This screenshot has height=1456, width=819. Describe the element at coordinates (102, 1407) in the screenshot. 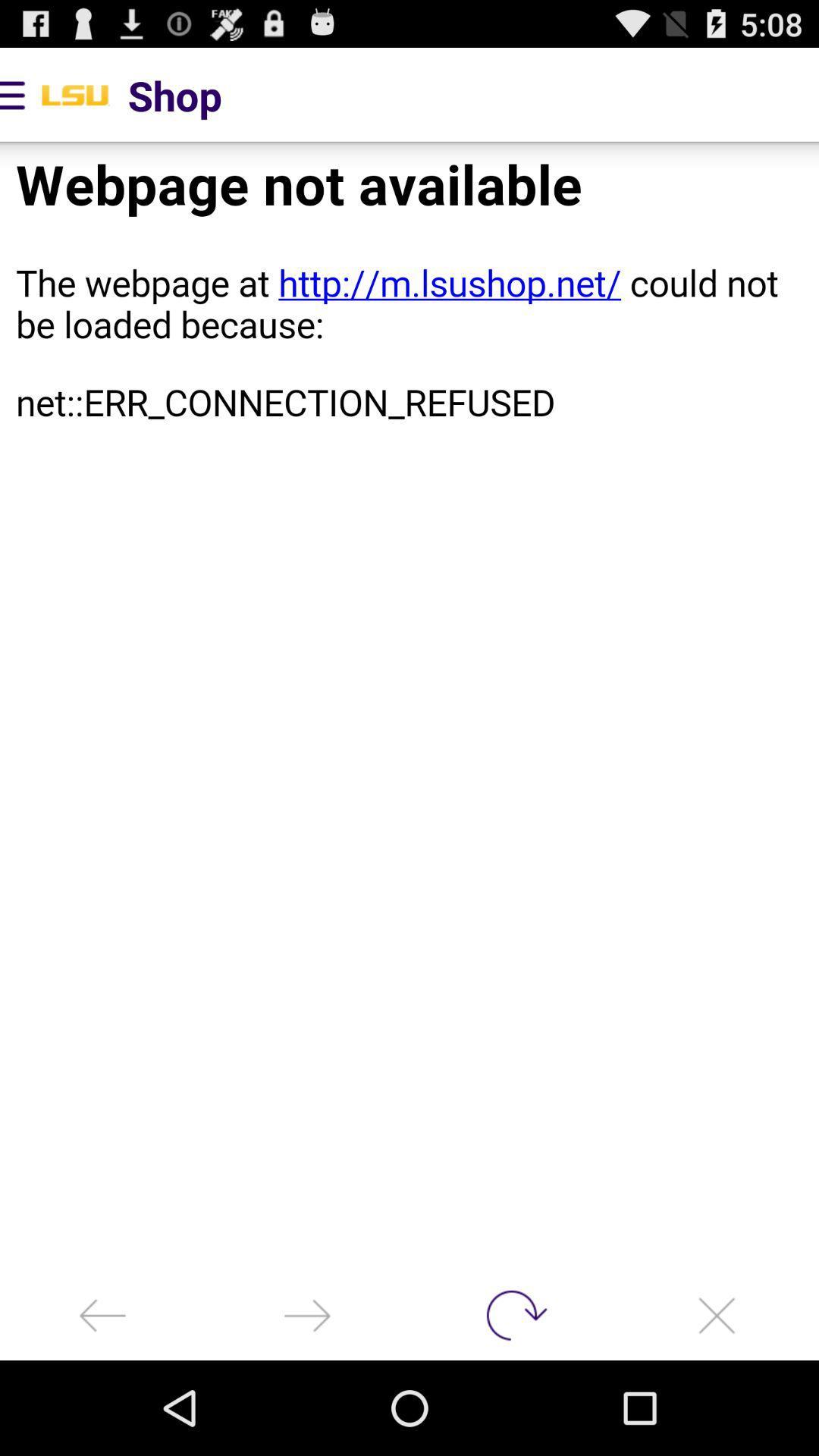

I see `the arrow_backward icon` at that location.